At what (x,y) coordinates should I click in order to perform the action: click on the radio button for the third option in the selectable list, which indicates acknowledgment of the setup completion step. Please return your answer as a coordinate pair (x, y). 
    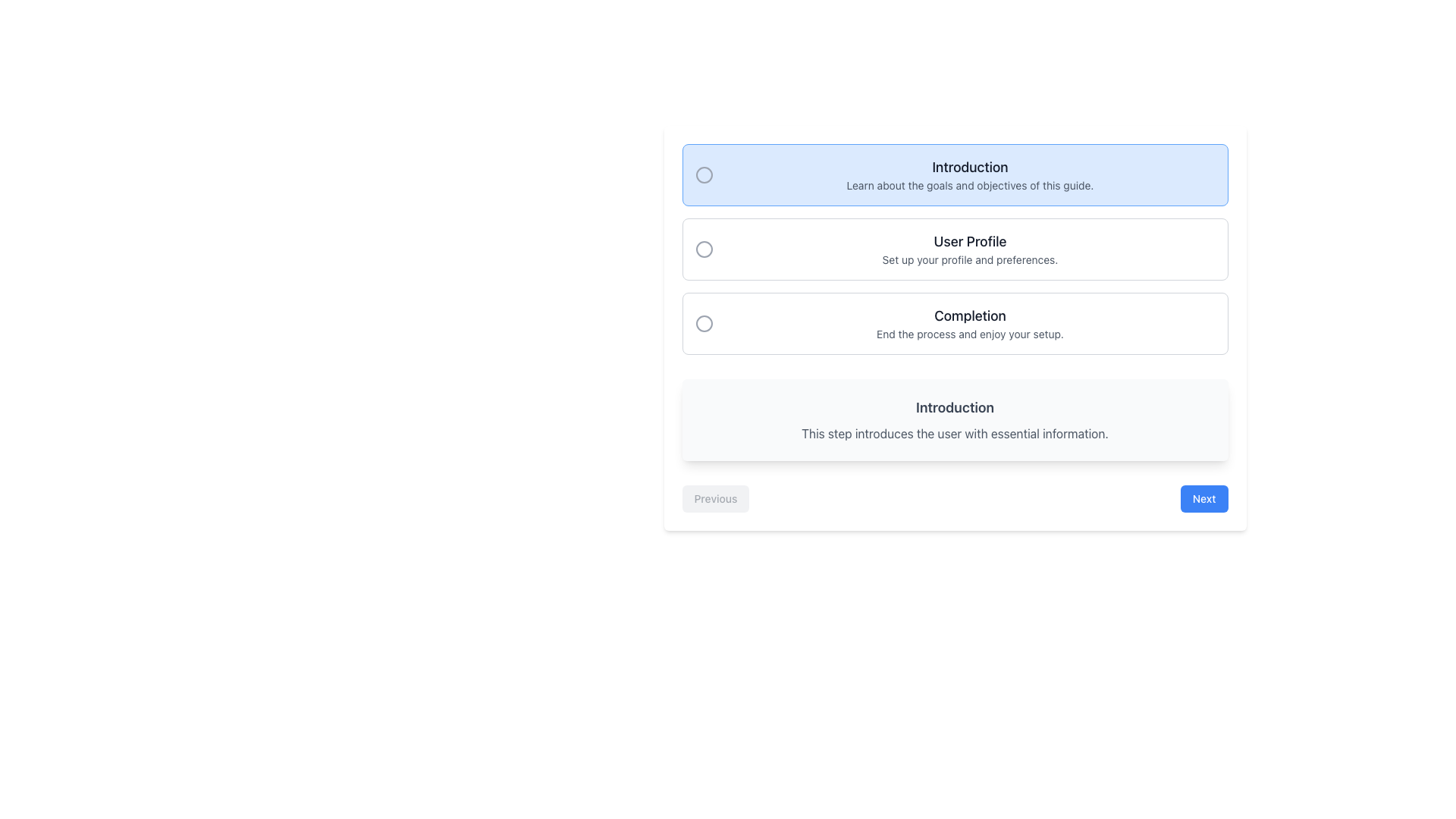
    Looking at the image, I should click on (954, 323).